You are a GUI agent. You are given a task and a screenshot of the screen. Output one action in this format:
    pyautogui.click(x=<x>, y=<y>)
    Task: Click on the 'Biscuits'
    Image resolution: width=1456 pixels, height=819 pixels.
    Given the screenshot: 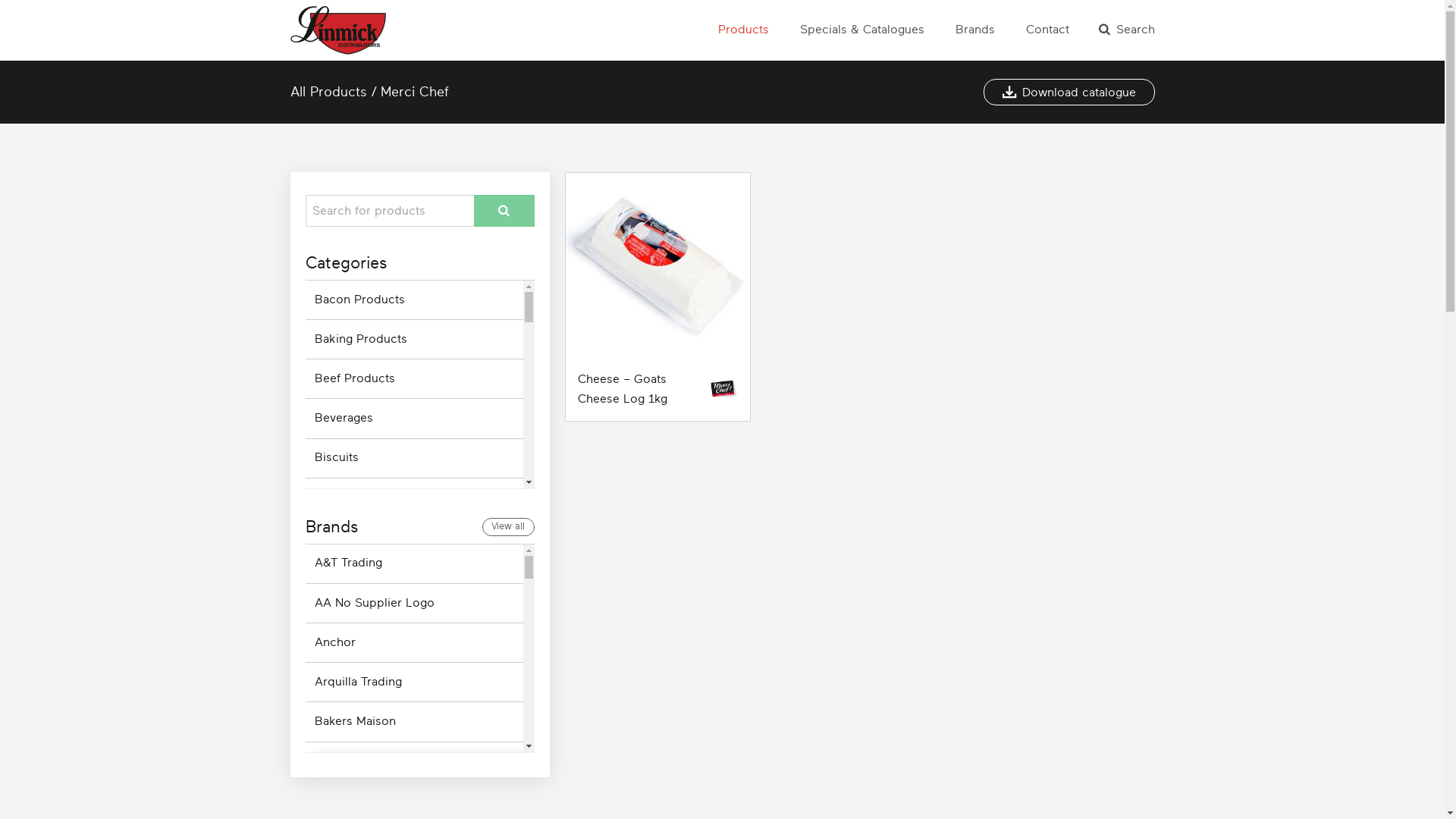 What is the action you would take?
    pyautogui.click(x=413, y=457)
    